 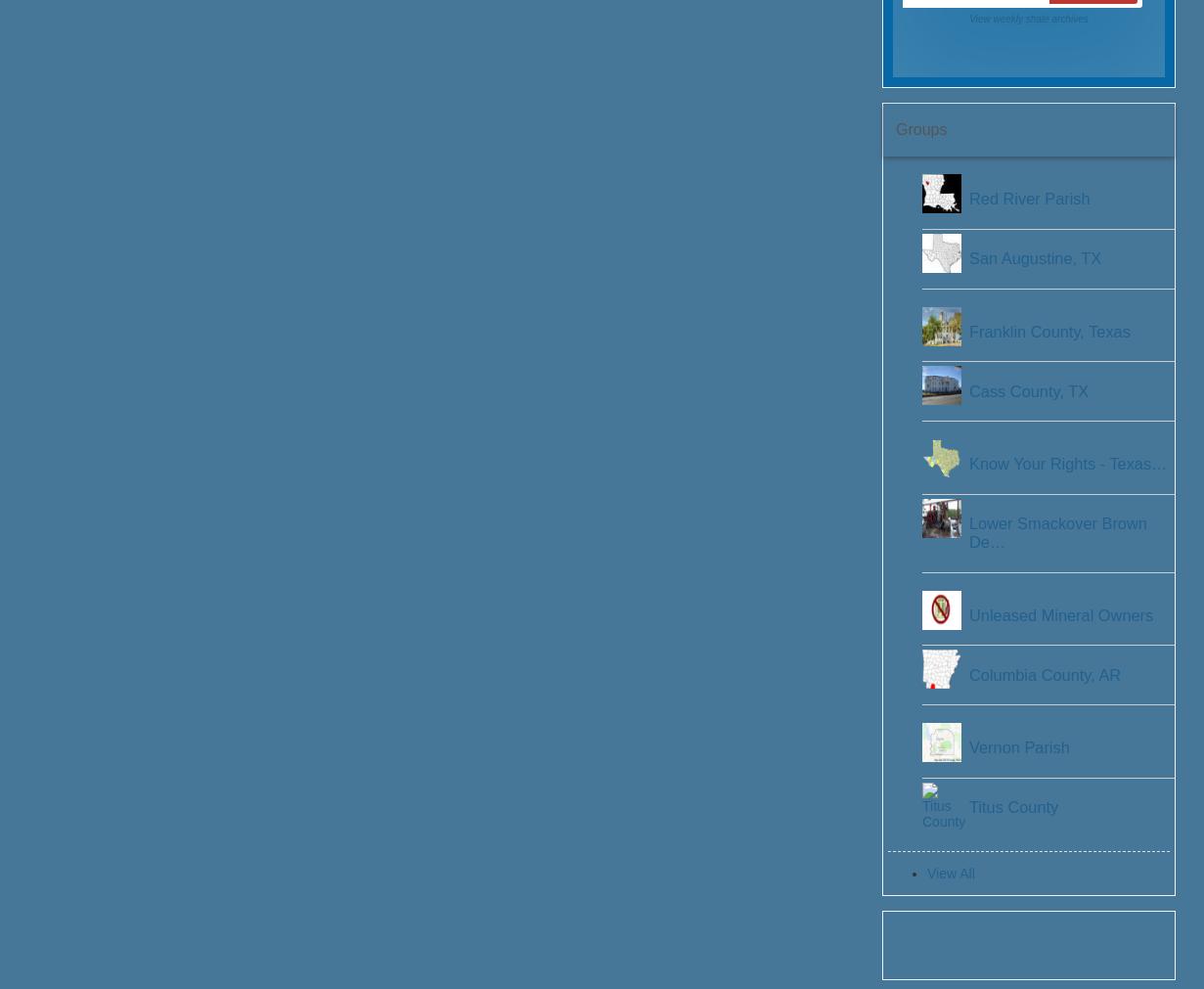 I want to click on 'Columbia County, AR', so click(x=1044, y=672).